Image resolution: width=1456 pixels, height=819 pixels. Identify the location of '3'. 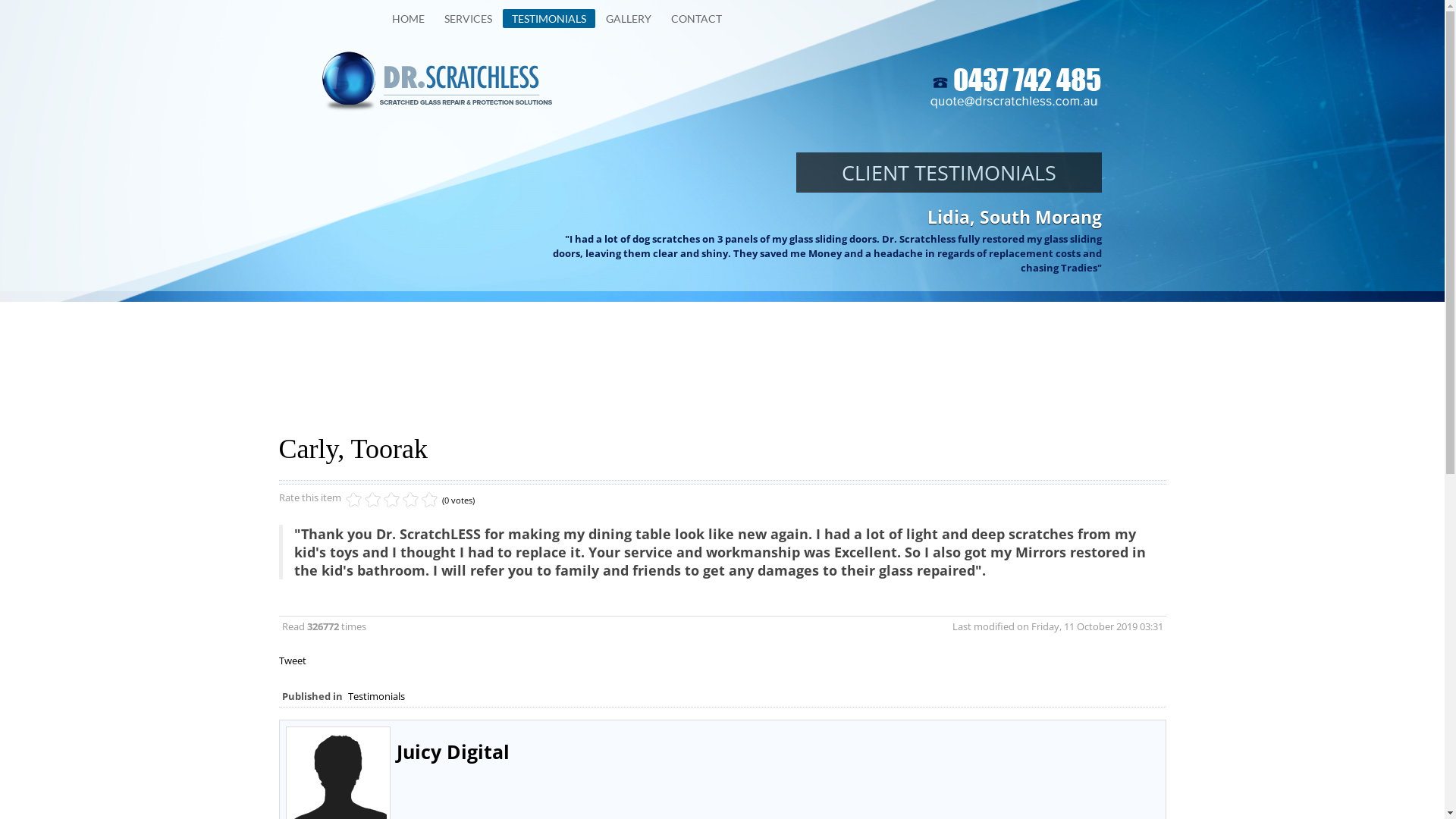
(372, 500).